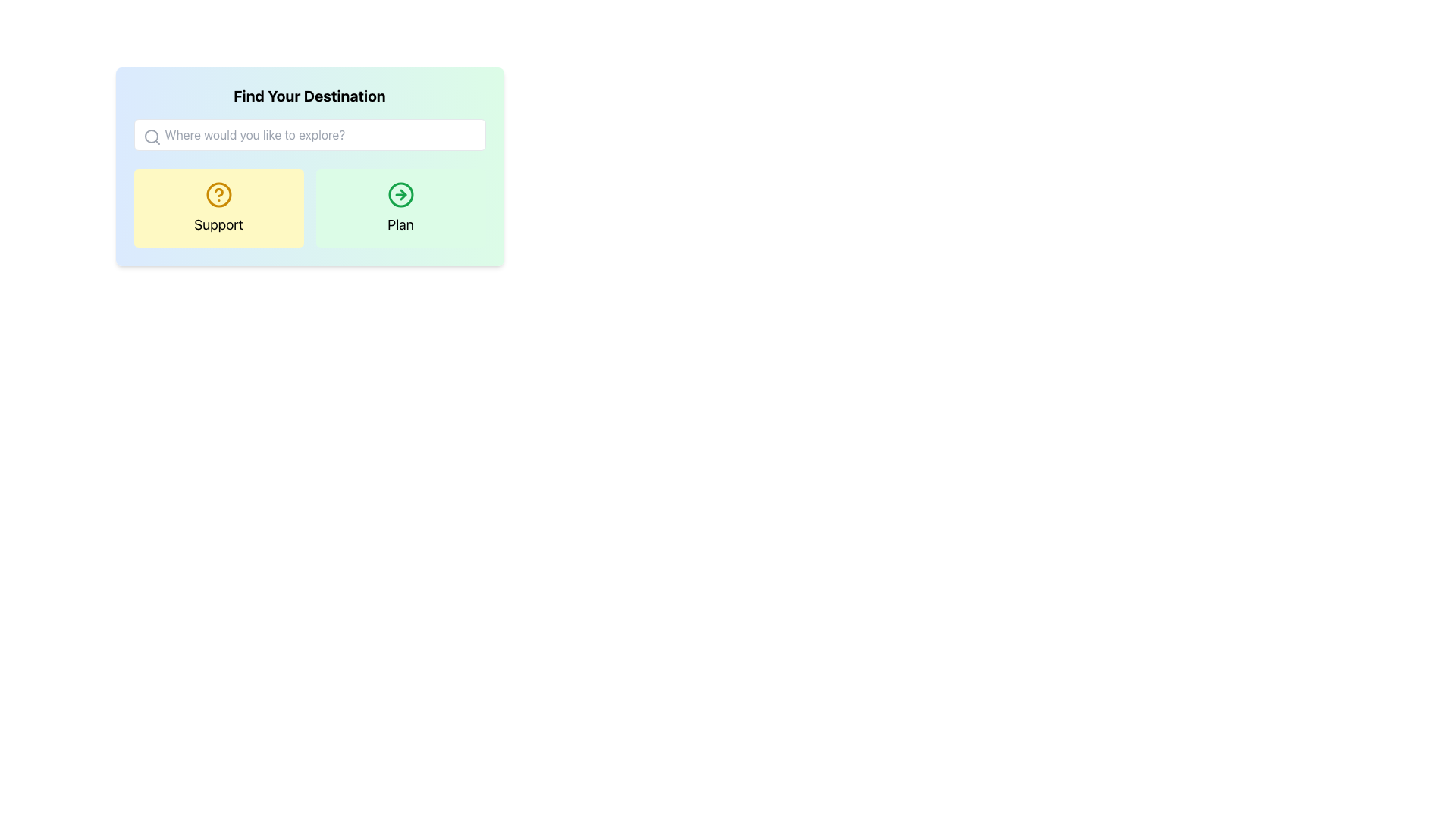  I want to click on the graphic decoration within the SVG icon of the yellow 'Support' button, so click(218, 191).